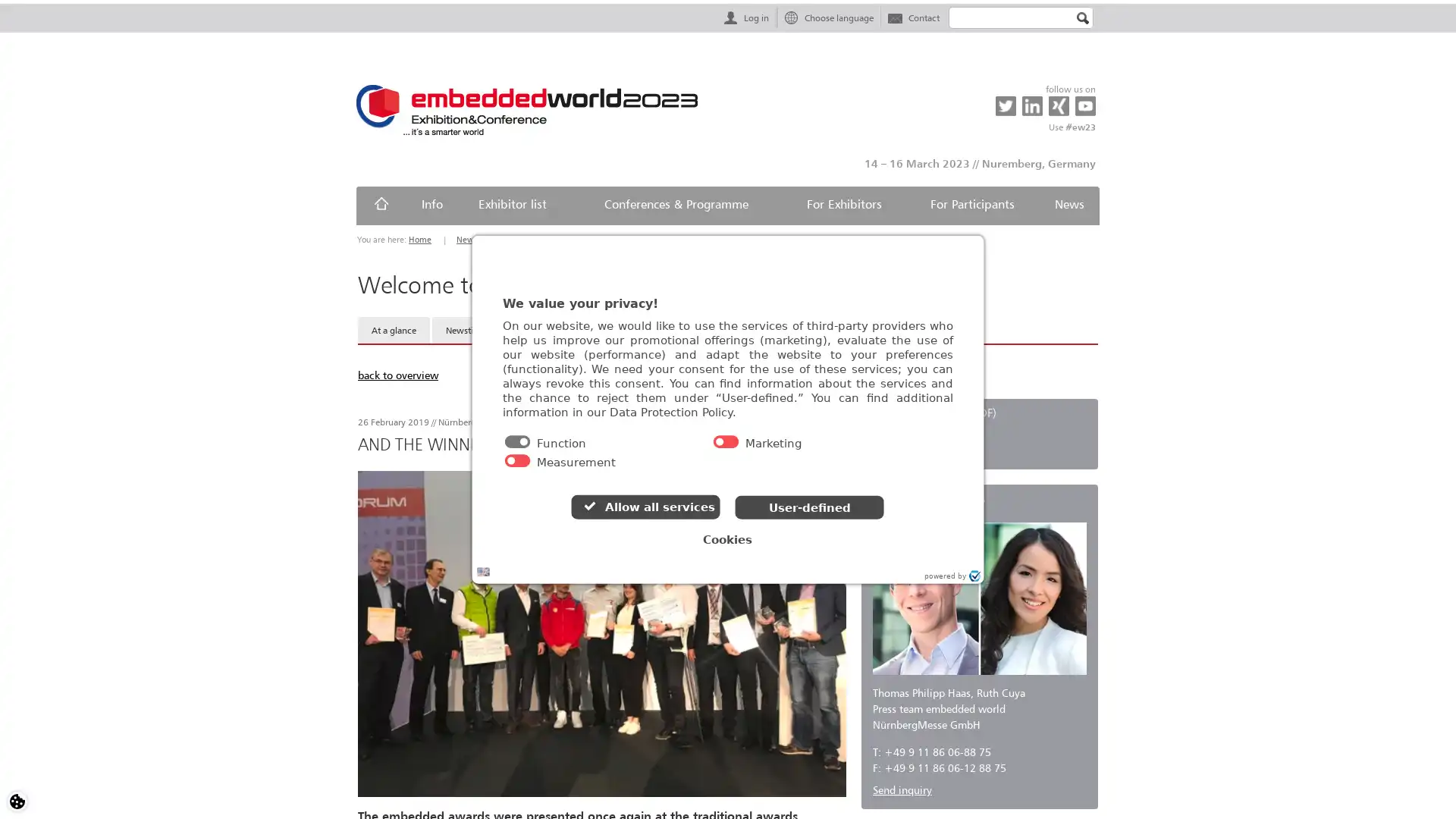 The height and width of the screenshot is (819, 1456). What do you see at coordinates (912, 17) in the screenshot?
I see `placeholder Contact` at bounding box center [912, 17].